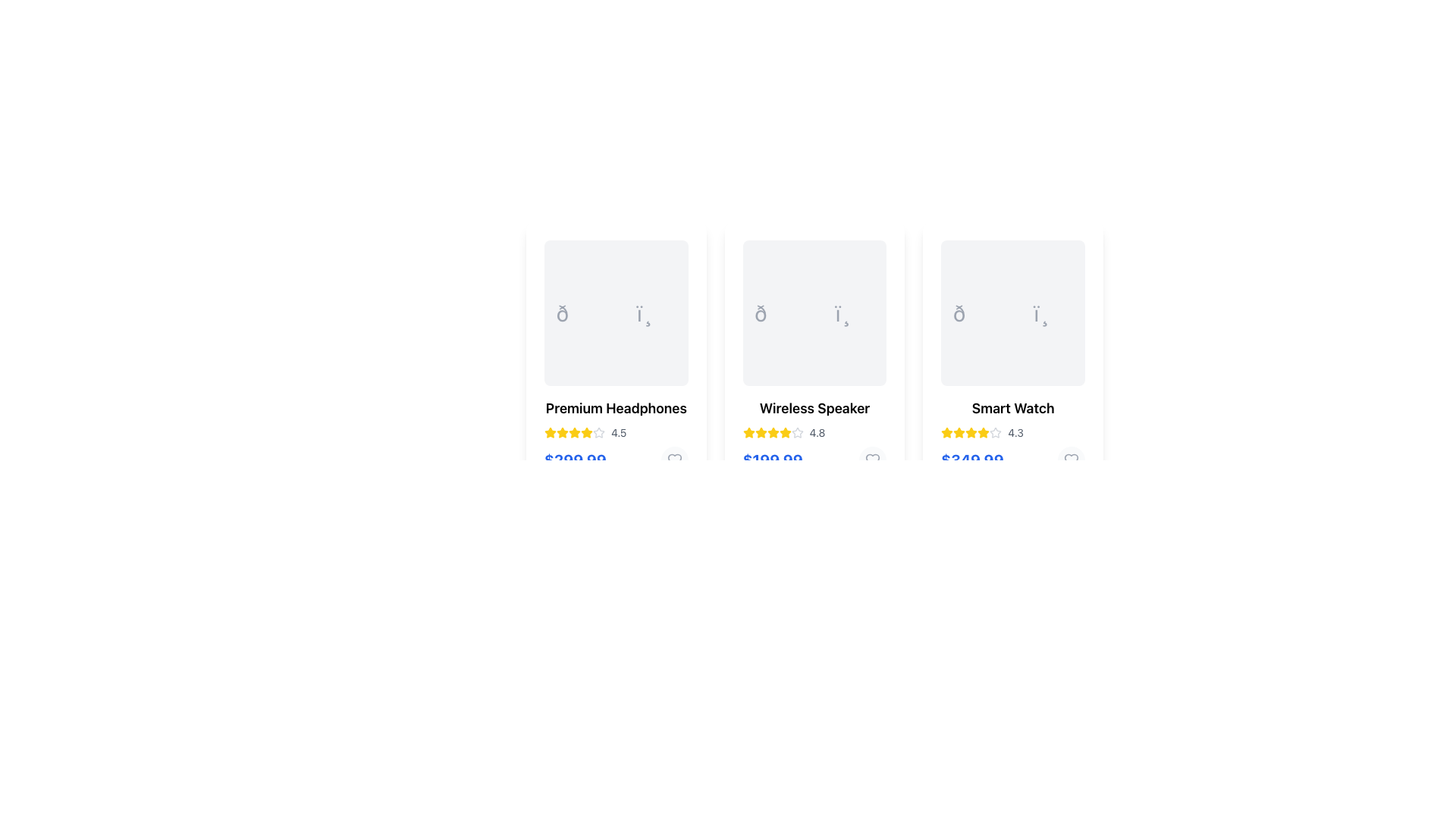 This screenshot has width=1456, height=819. What do you see at coordinates (773, 432) in the screenshot?
I see `the fourth yellow star icon in the series of star ratings on the Wireless Speaker item card by clicking on it` at bounding box center [773, 432].